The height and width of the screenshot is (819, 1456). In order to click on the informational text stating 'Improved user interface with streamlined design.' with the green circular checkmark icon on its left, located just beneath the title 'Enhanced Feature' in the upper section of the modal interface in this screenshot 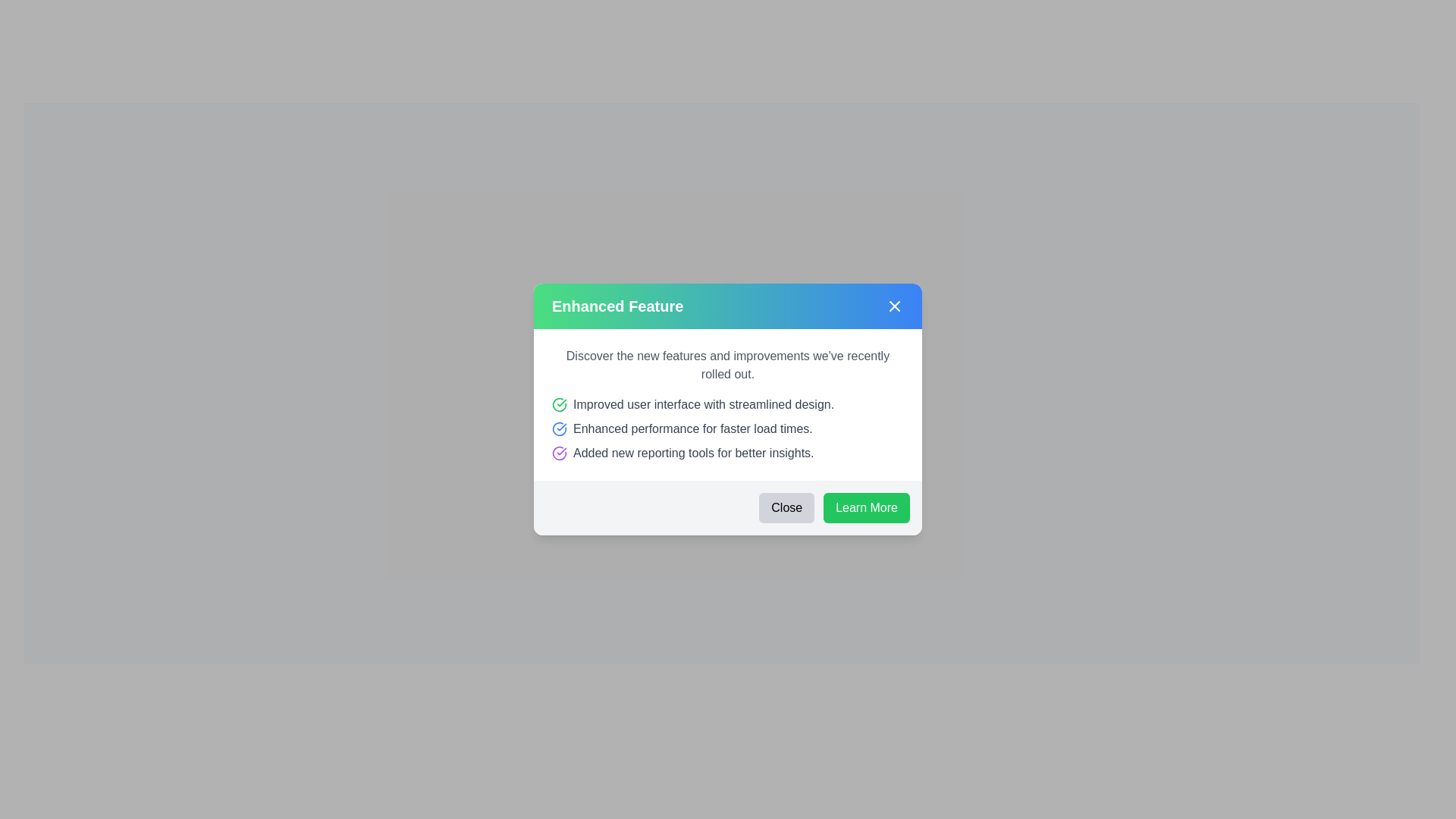, I will do `click(728, 403)`.